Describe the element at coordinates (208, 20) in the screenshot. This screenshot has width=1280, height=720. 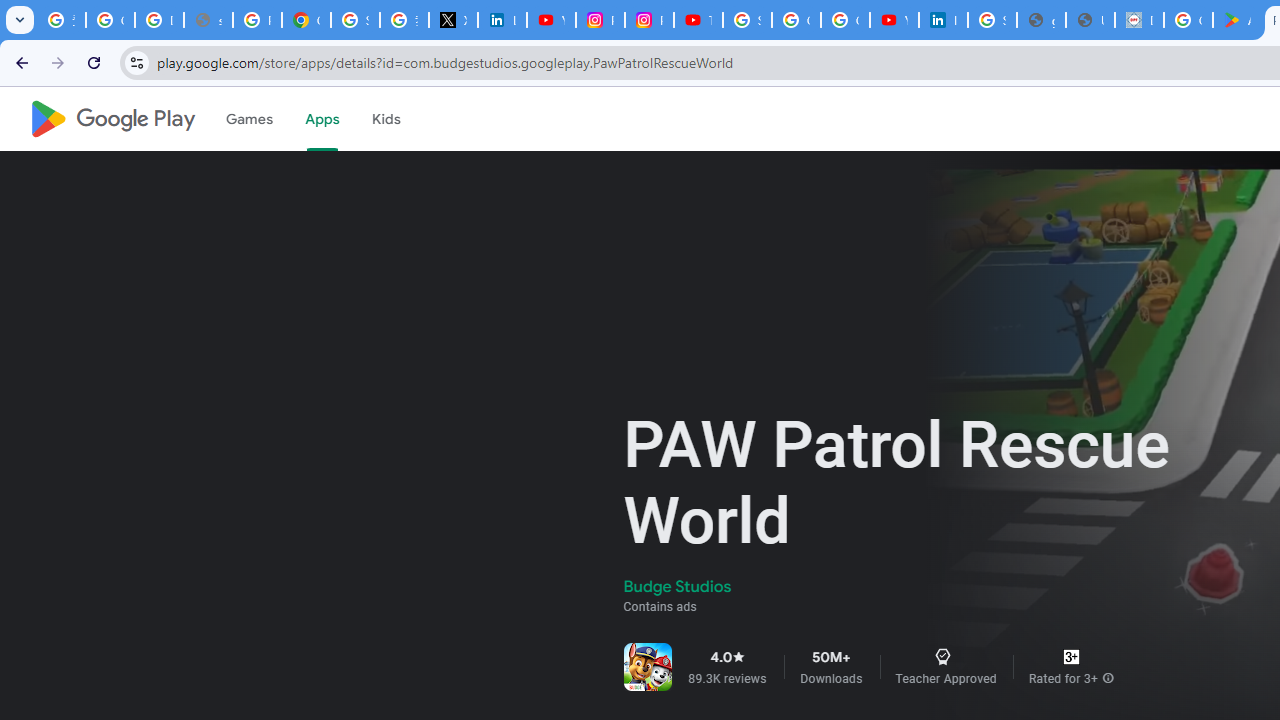
I see `'support.google.com - Network error'` at that location.